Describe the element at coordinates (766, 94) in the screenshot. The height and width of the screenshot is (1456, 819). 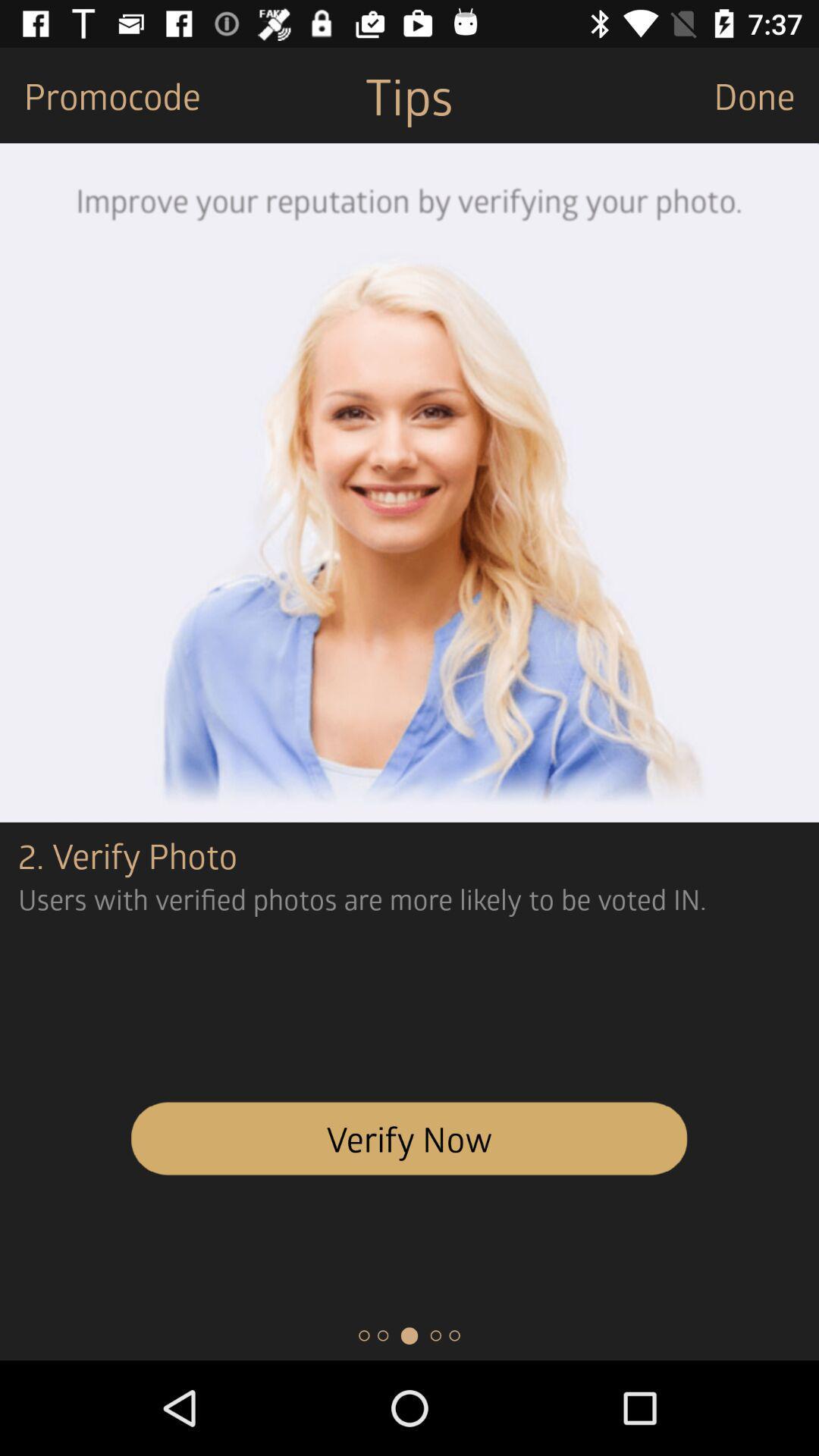
I see `item at the top right corner` at that location.